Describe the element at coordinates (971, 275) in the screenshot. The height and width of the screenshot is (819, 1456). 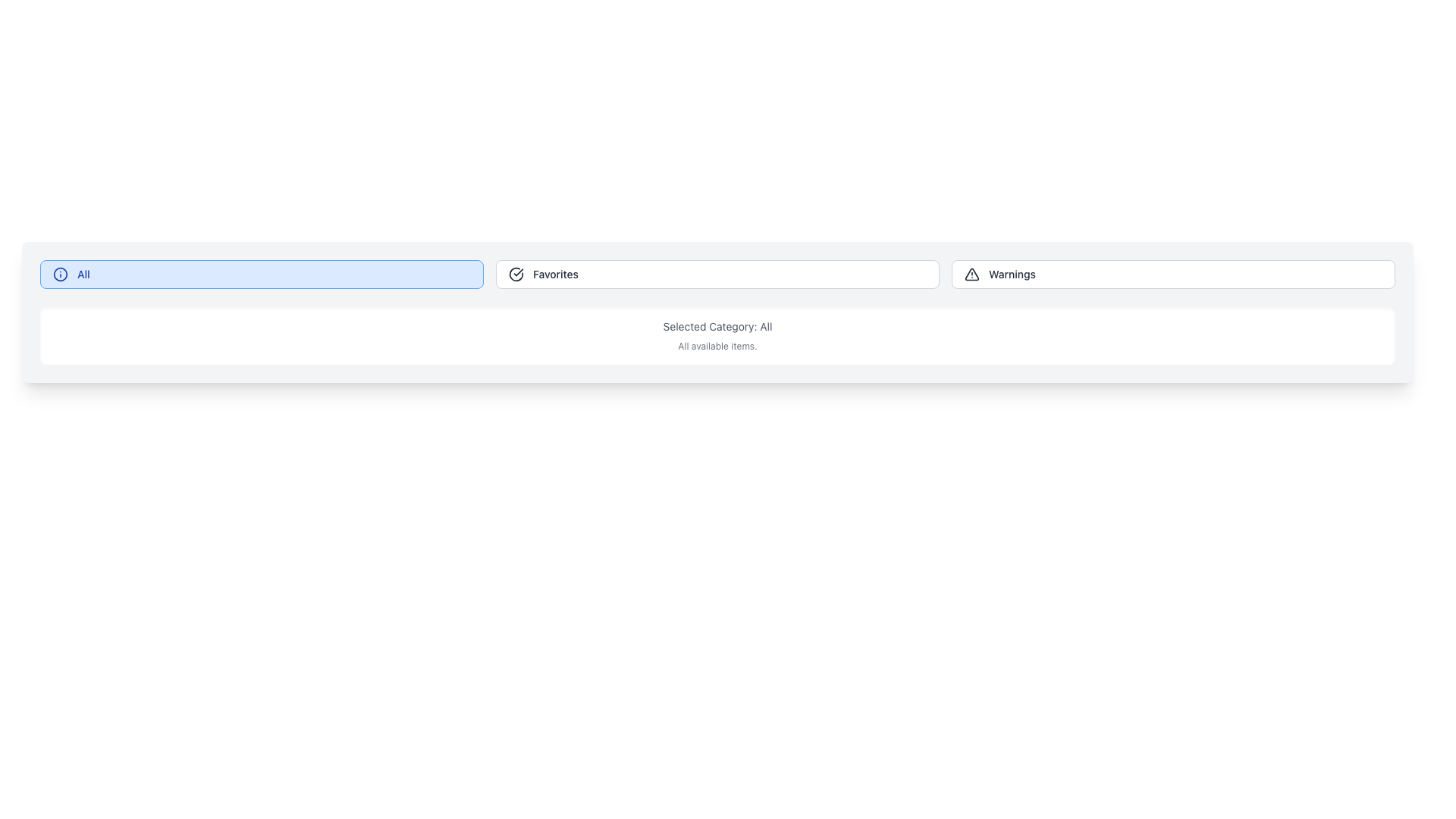
I see `the warning icon located within the 'Warnings' button, which is positioned to the left of the text label` at that location.